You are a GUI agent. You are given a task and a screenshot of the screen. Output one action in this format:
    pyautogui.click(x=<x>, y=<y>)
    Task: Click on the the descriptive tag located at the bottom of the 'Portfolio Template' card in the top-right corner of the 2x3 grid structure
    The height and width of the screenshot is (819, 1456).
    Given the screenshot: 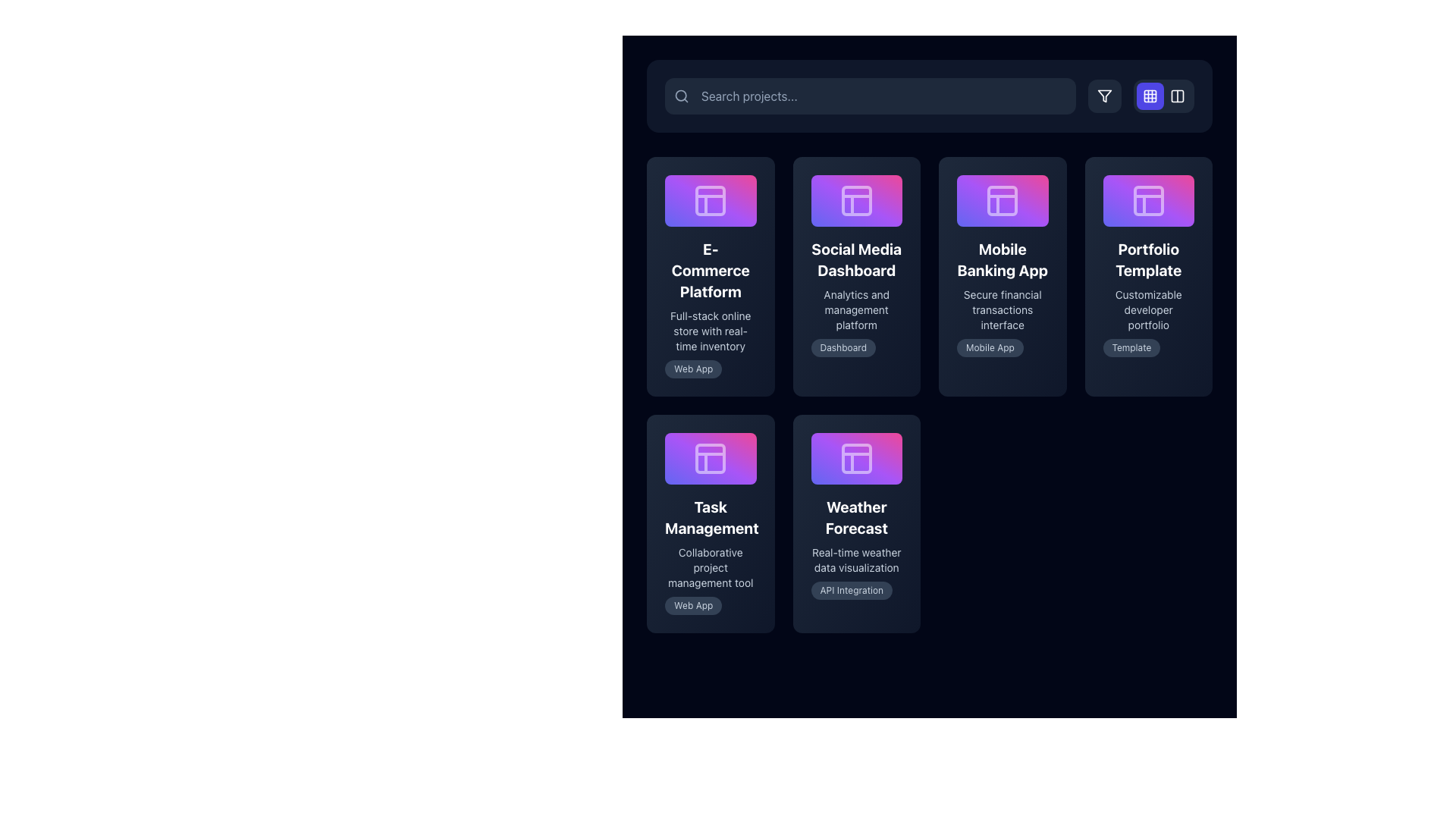 What is the action you would take?
    pyautogui.click(x=1131, y=347)
    